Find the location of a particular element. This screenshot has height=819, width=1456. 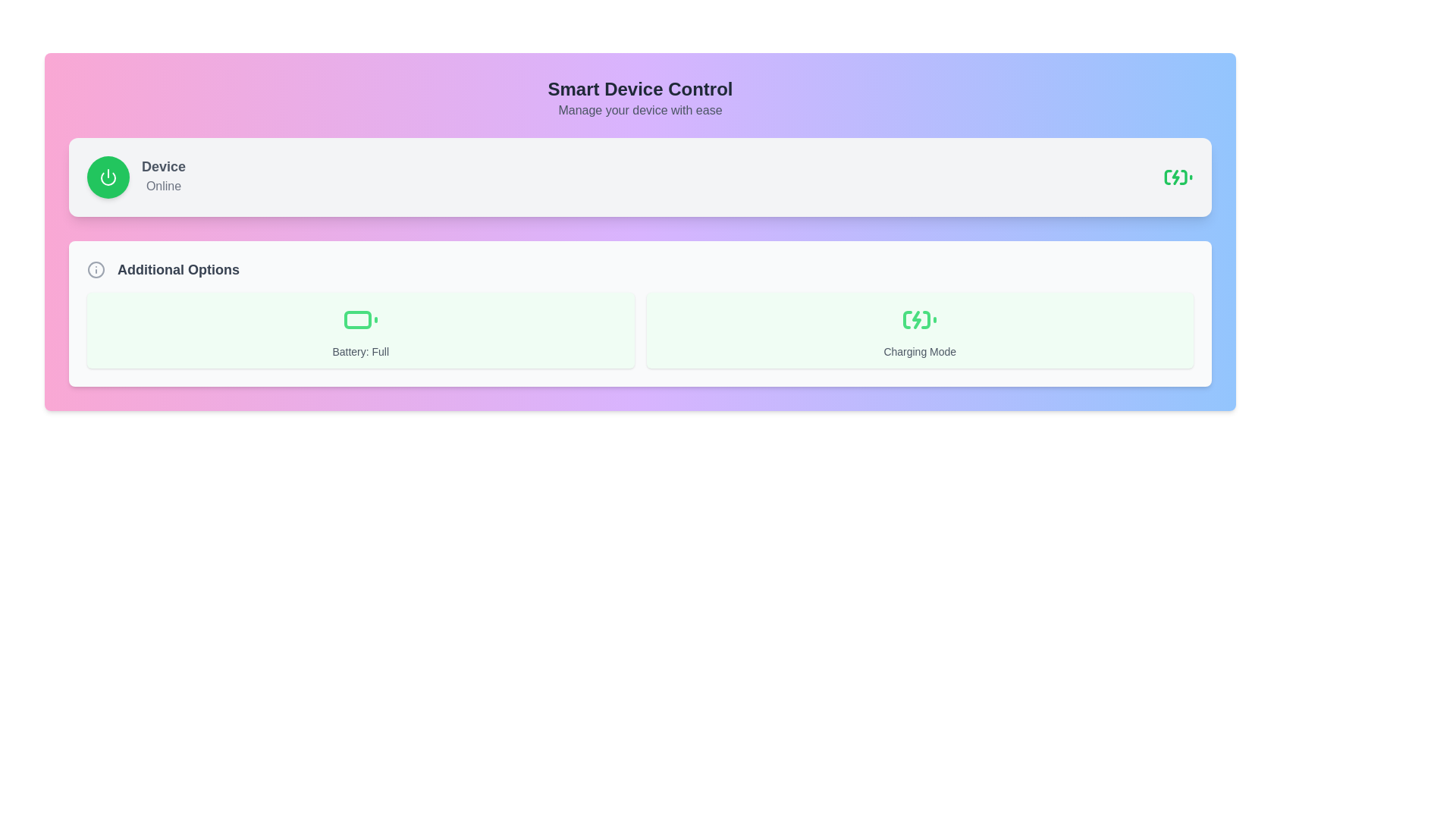

the non-interactive Text Label that displays the battery status as 'Full', located beneath the battery icon in the options frame is located at coordinates (359, 351).